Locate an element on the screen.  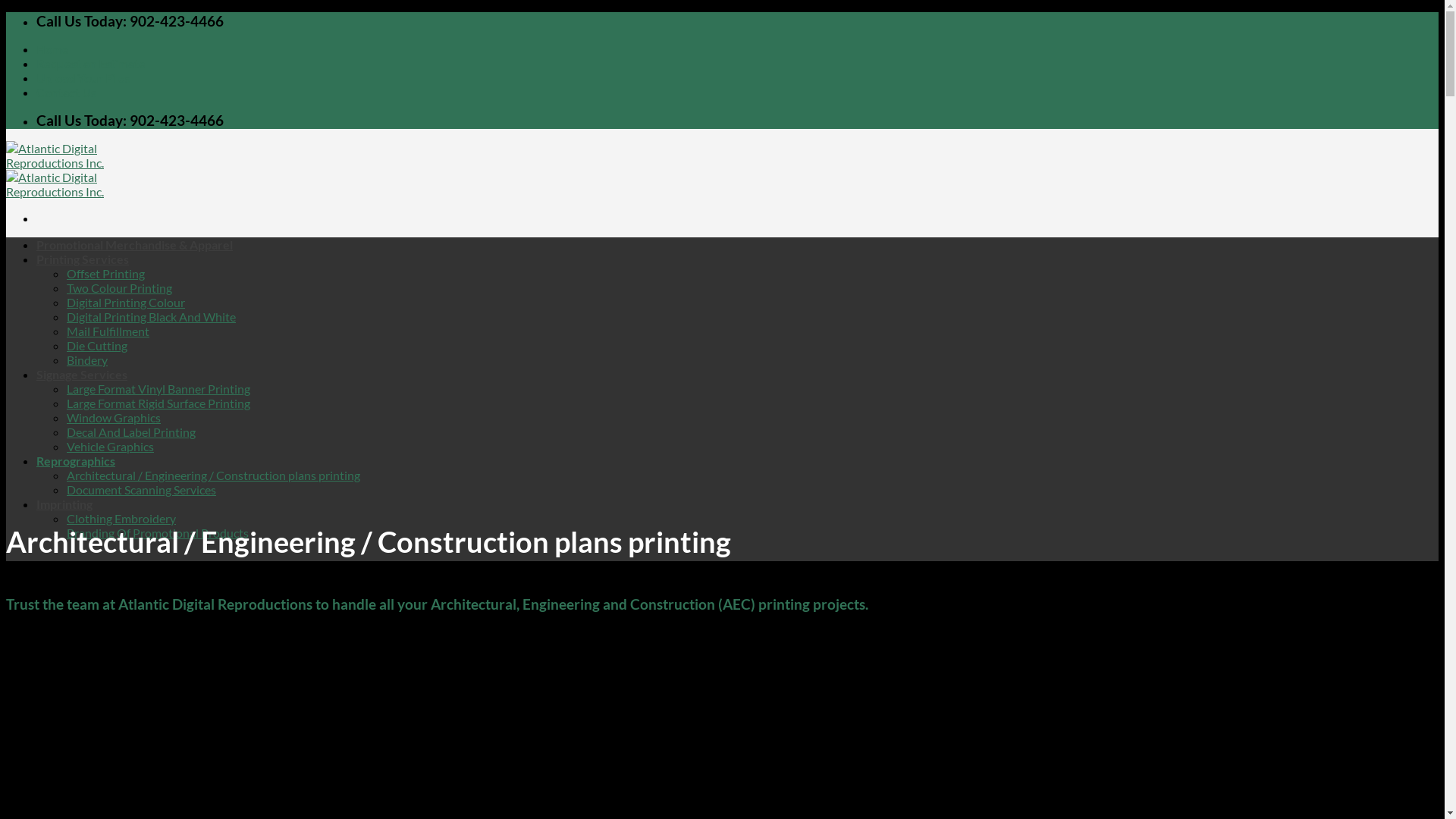
'Digital Printing Colour' is located at coordinates (126, 302).